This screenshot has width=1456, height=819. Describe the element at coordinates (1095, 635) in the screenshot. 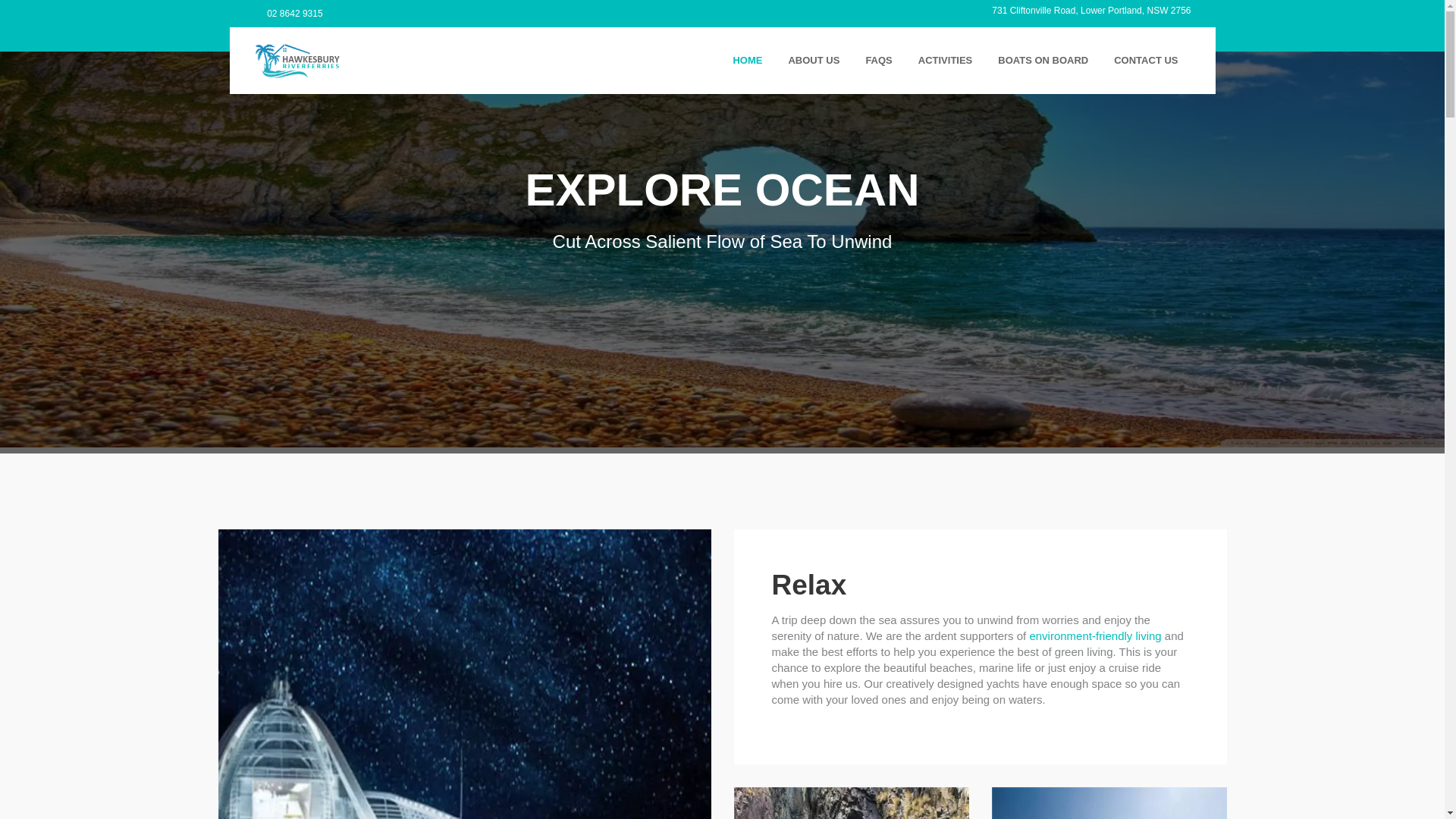

I see `'environment-friendly living'` at that location.